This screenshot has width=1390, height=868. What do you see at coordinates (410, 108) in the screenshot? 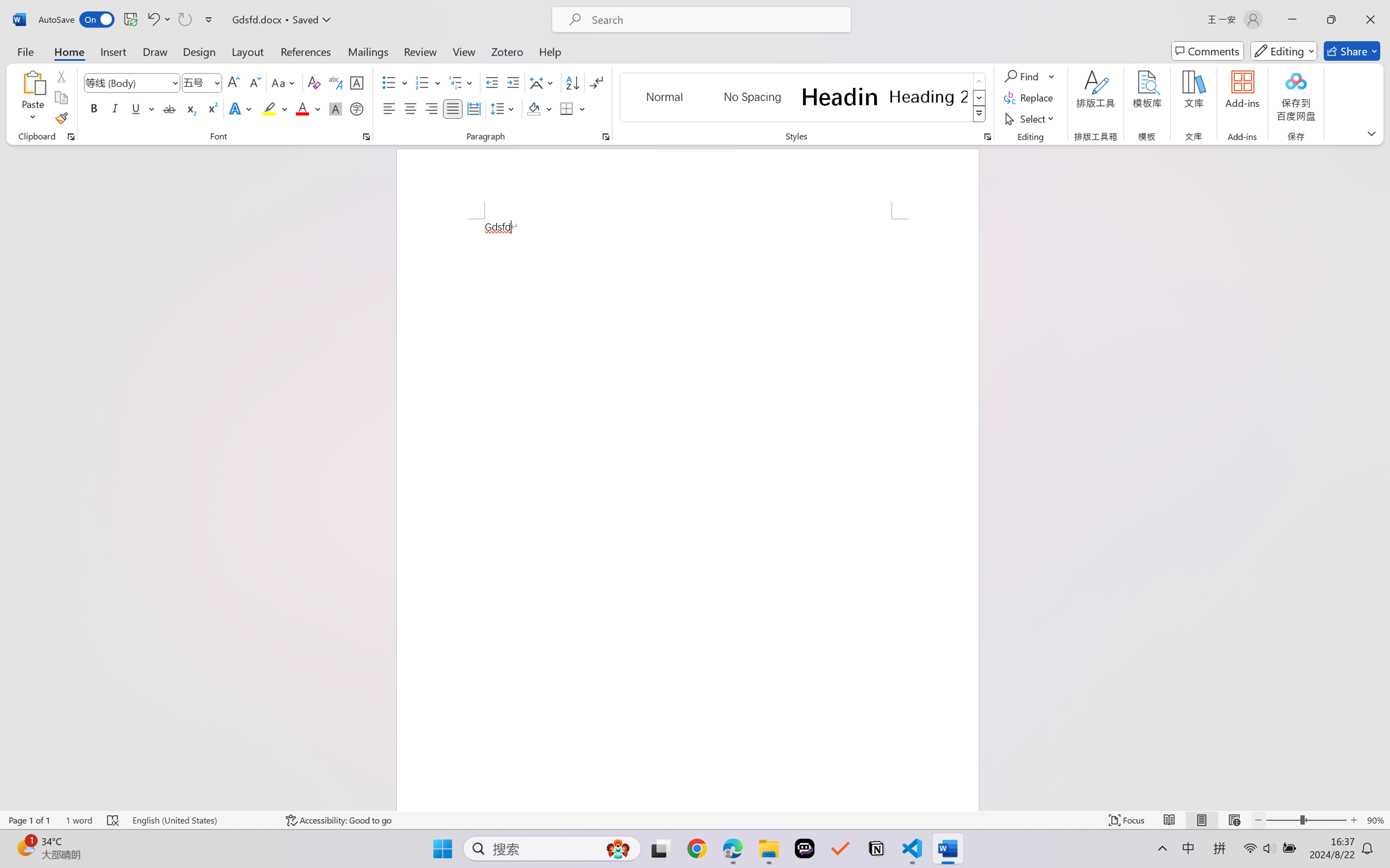
I see `'Center'` at bounding box center [410, 108].